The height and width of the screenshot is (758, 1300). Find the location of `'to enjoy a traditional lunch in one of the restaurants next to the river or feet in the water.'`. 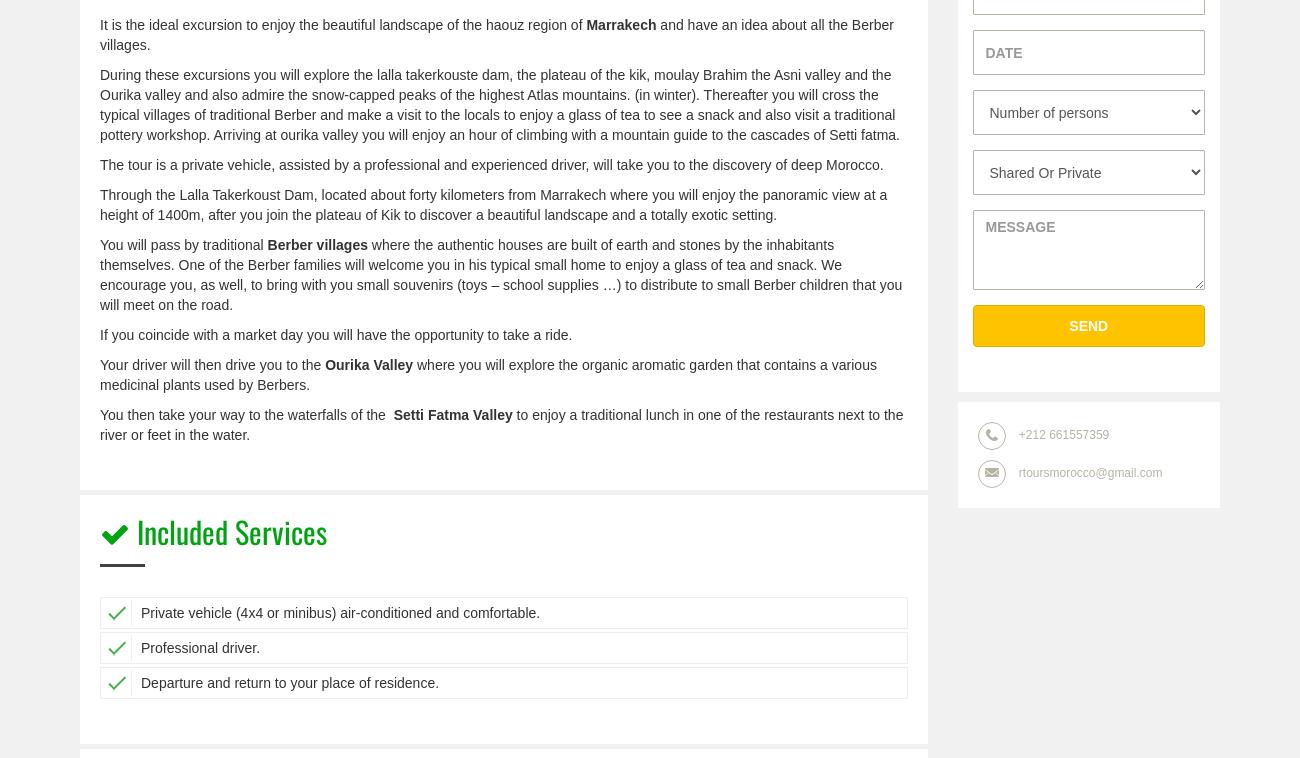

'to enjoy a traditional lunch in one of the restaurants next to the river or feet in the water.' is located at coordinates (501, 423).